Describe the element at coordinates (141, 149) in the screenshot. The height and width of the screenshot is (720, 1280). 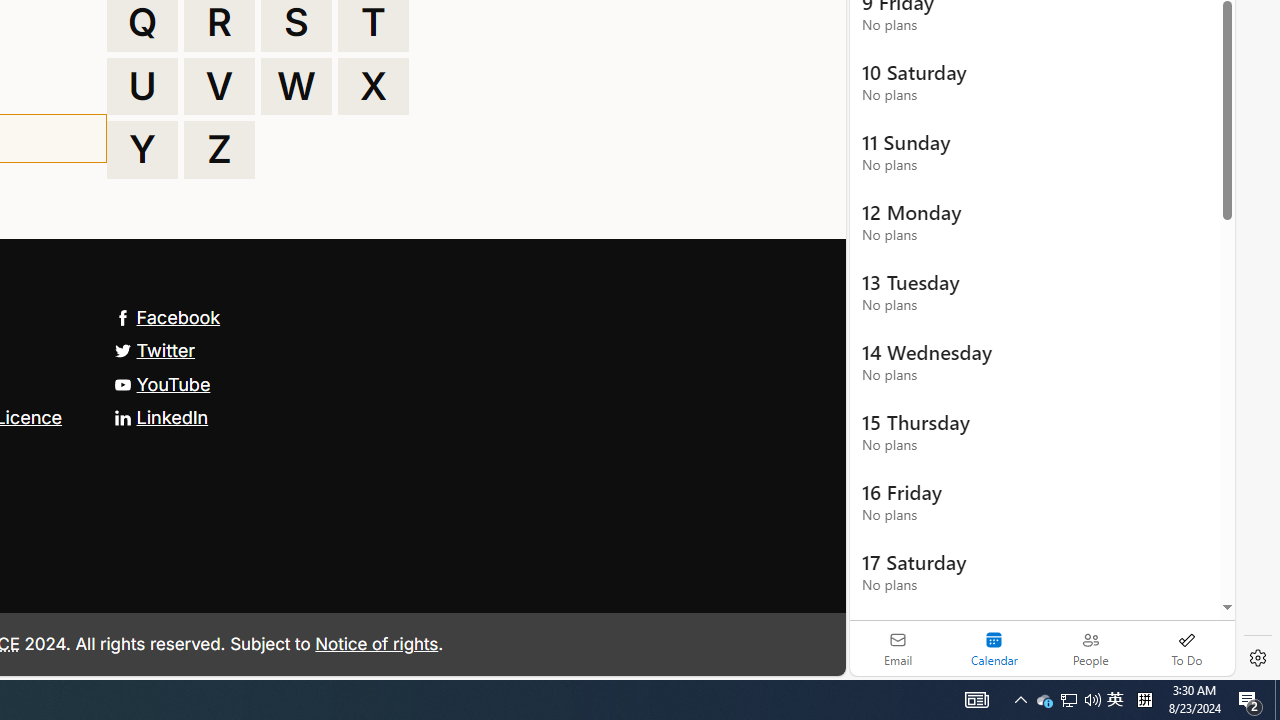
I see `'Y'` at that location.